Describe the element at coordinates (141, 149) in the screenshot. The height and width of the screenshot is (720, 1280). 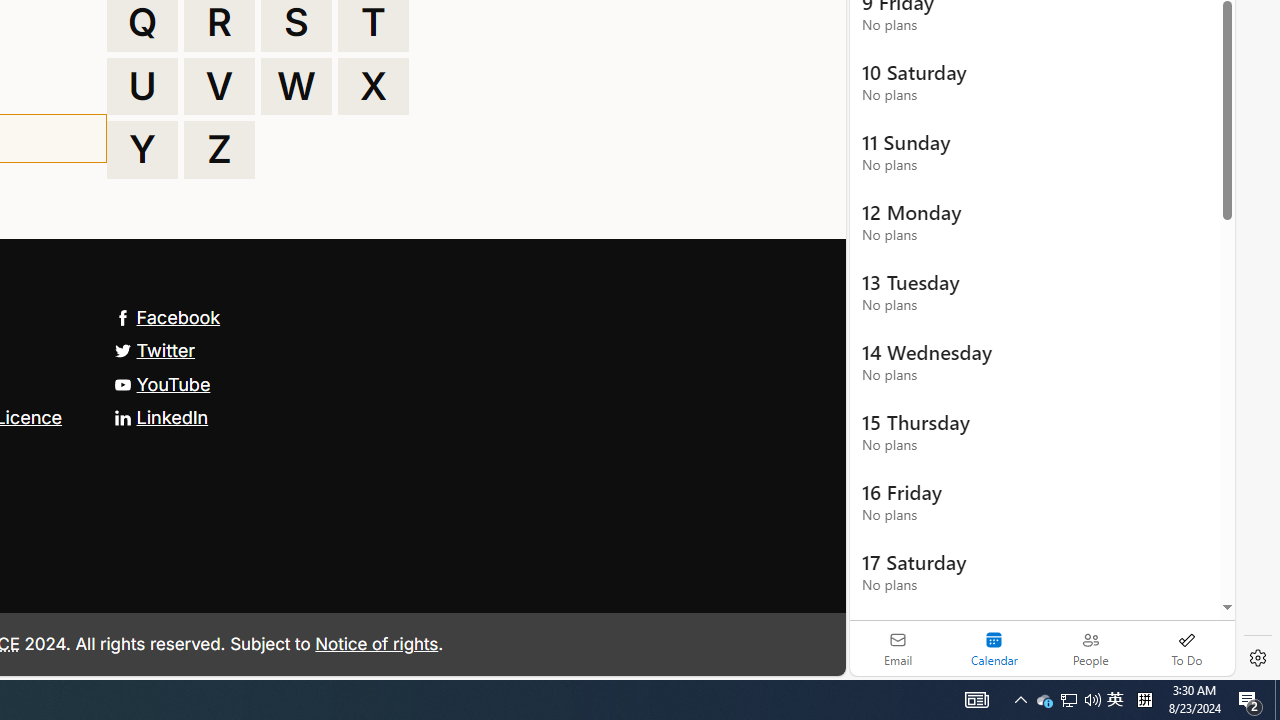
I see `'Y'` at that location.